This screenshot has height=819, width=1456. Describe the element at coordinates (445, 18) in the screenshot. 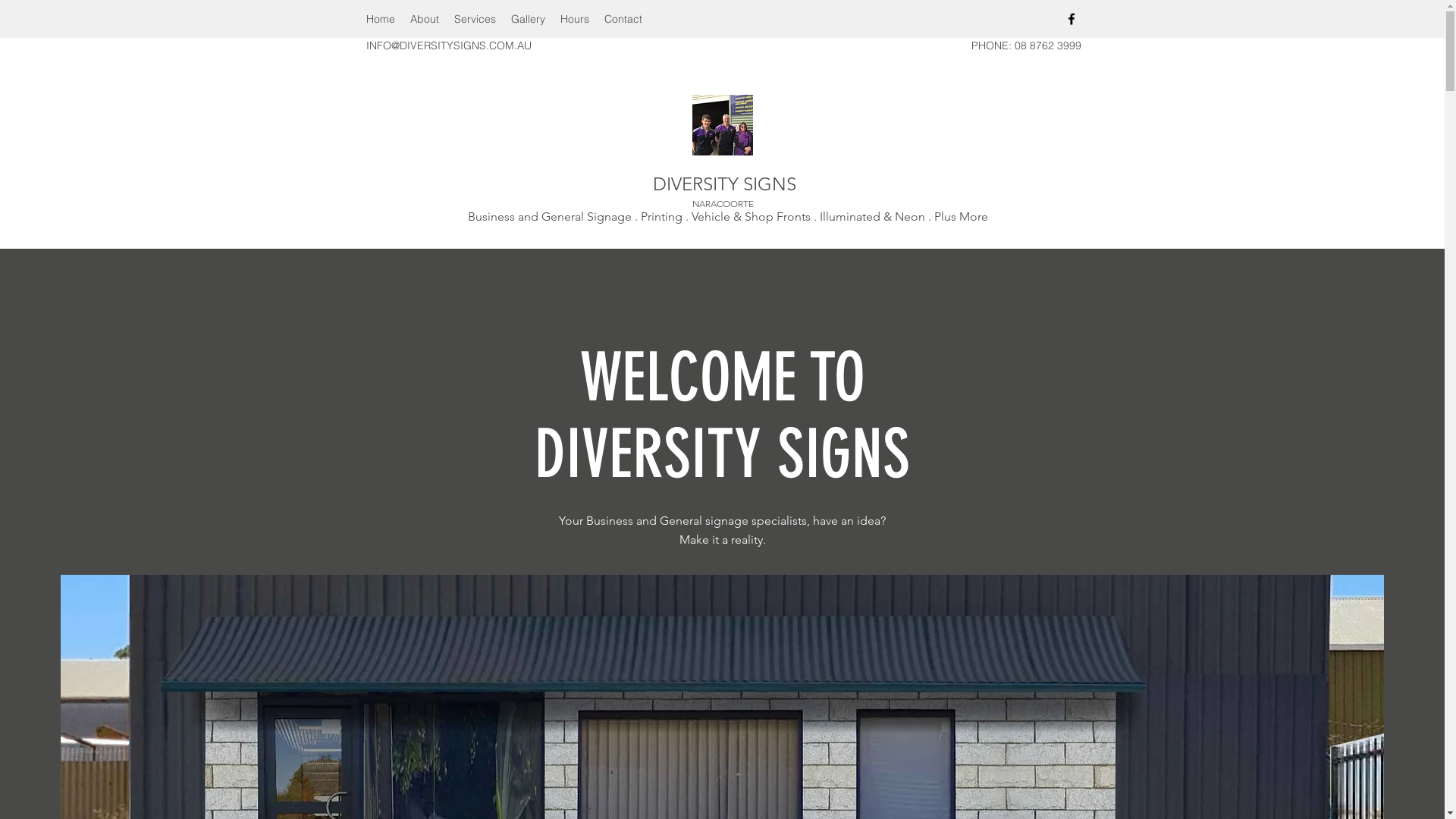

I see `'Services'` at that location.